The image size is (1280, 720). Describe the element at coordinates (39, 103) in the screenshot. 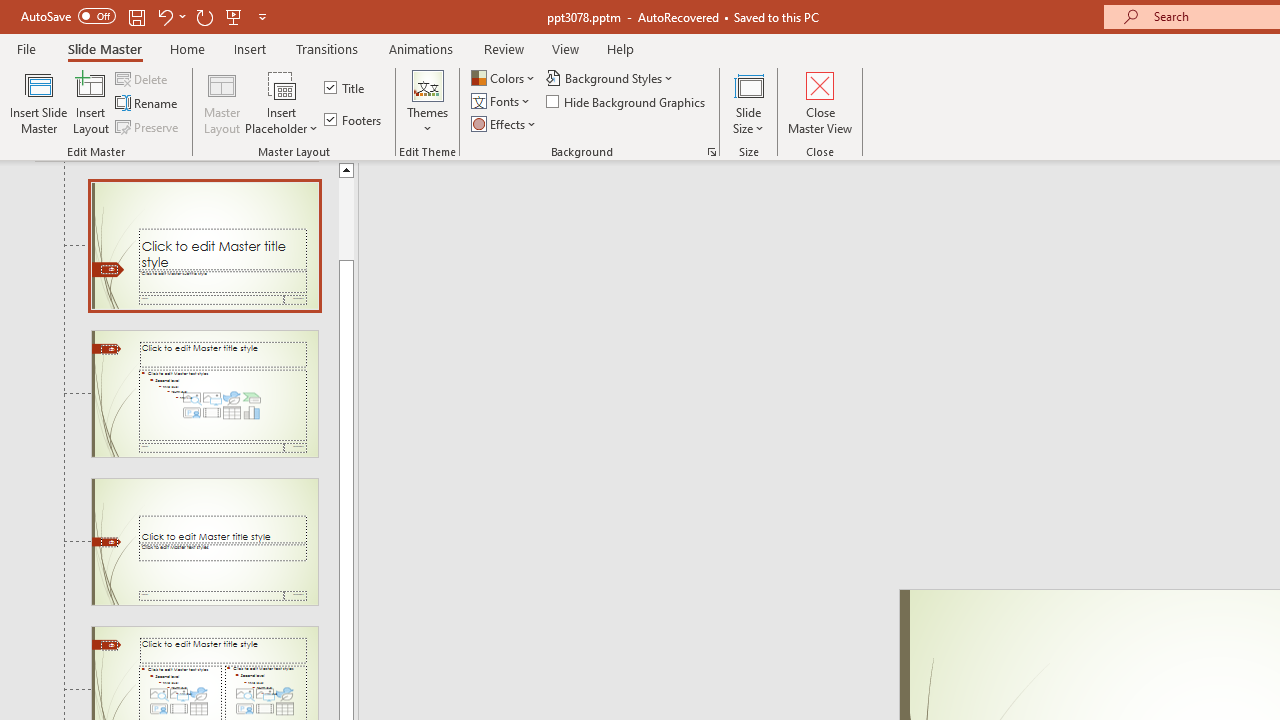

I see `'Insert Slide Master'` at that location.